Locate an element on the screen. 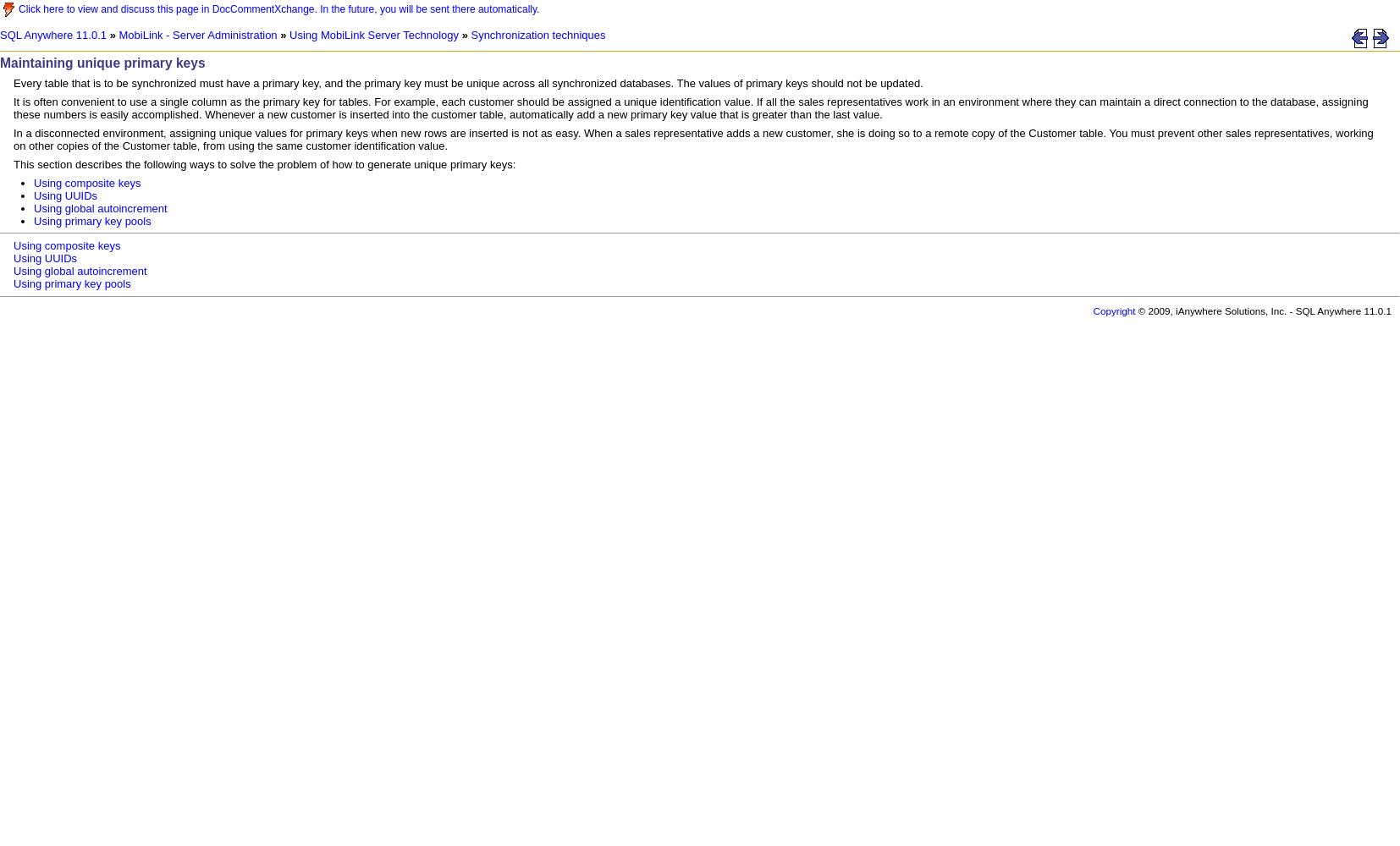 This screenshot has width=1400, height=846. 'Copyright' is located at coordinates (1113, 310).